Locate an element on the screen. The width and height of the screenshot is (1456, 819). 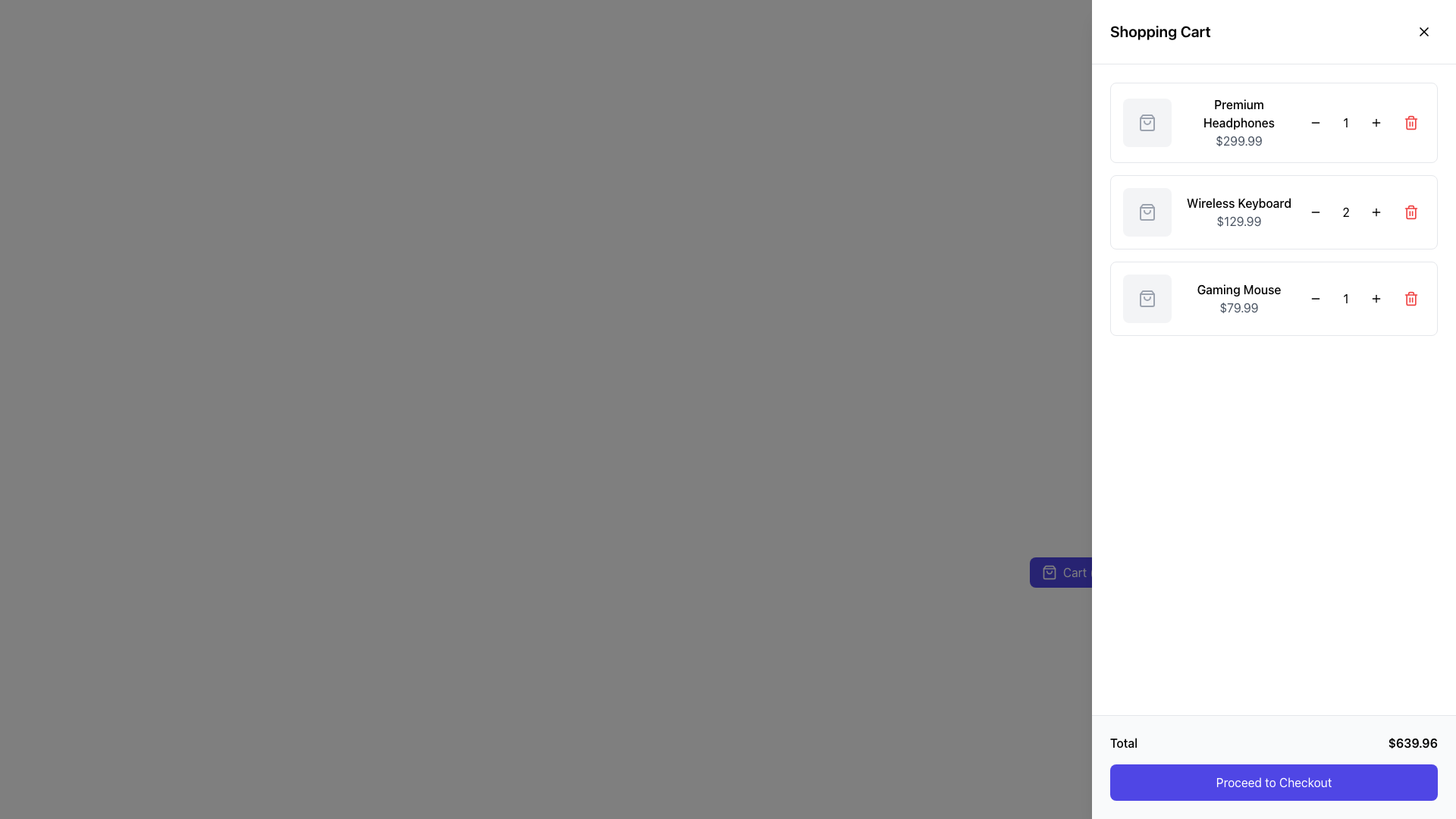
the minus button which is a small horizontal line resembling a minus sign, located between the quantity '2' and the '+' button for the 'Wireless Keyboard' item in the shopping cart is located at coordinates (1314, 122).